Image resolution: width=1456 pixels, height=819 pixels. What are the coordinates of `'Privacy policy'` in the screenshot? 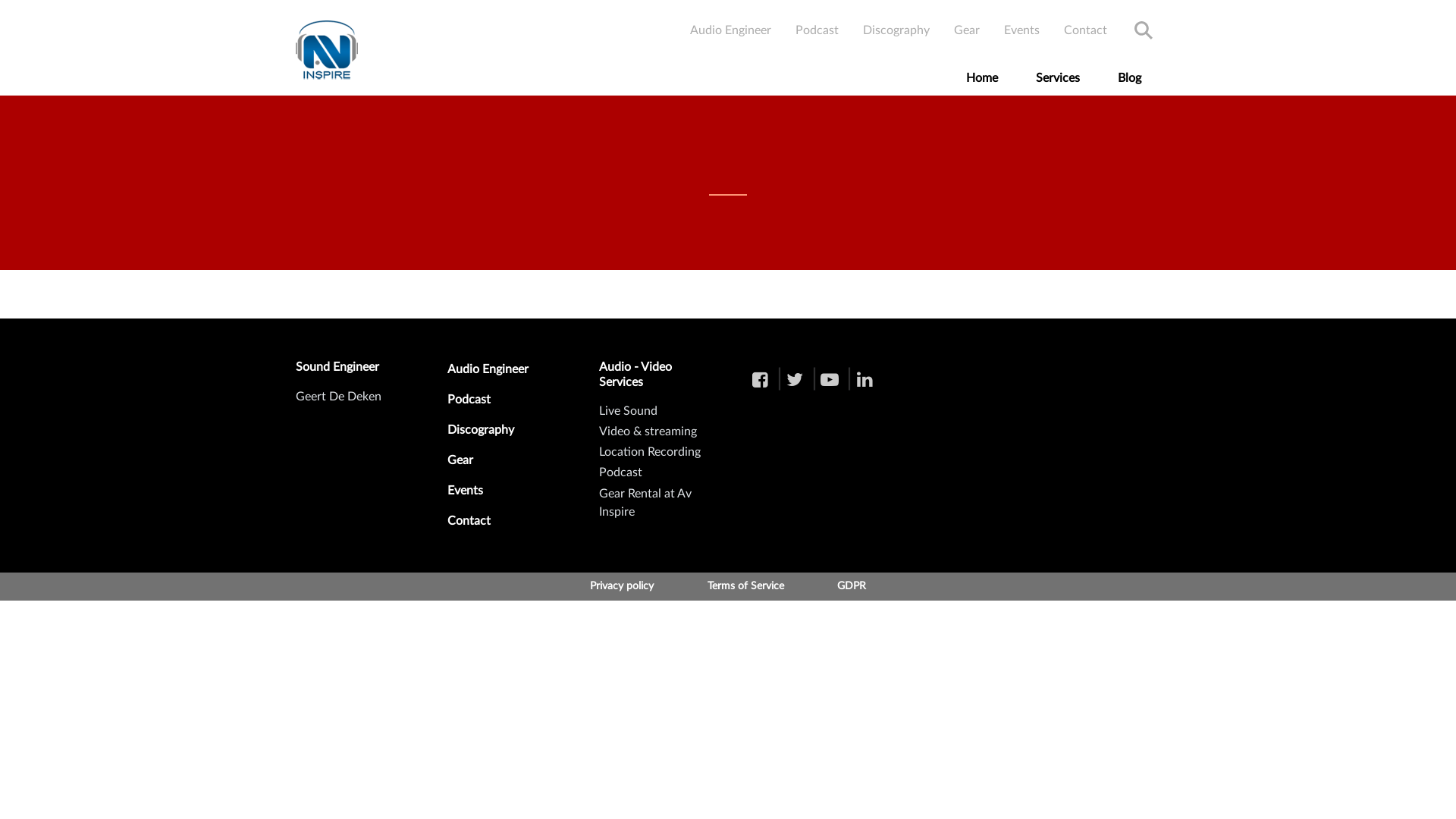 It's located at (563, 585).